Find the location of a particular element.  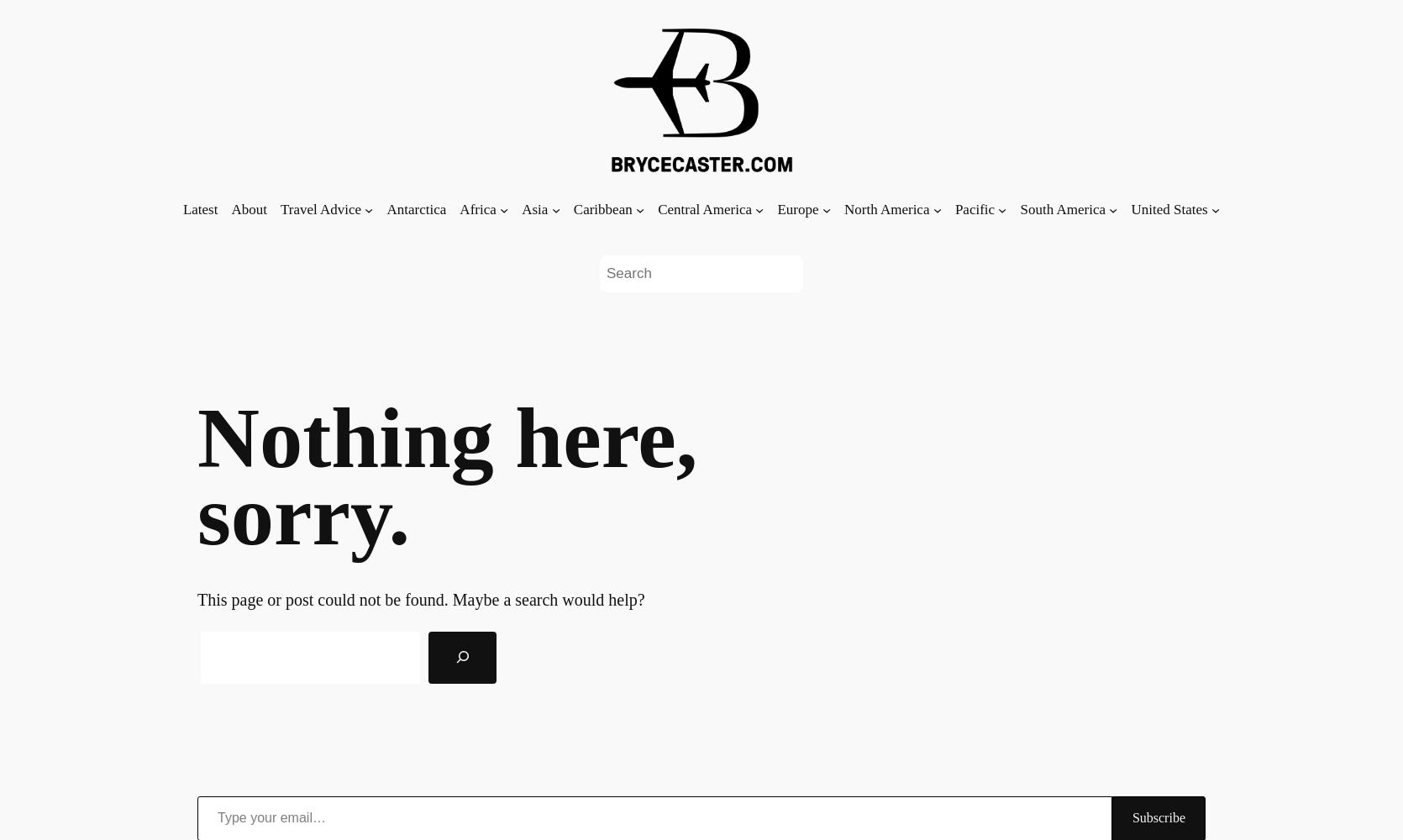

'Latest' is located at coordinates (181, 208).